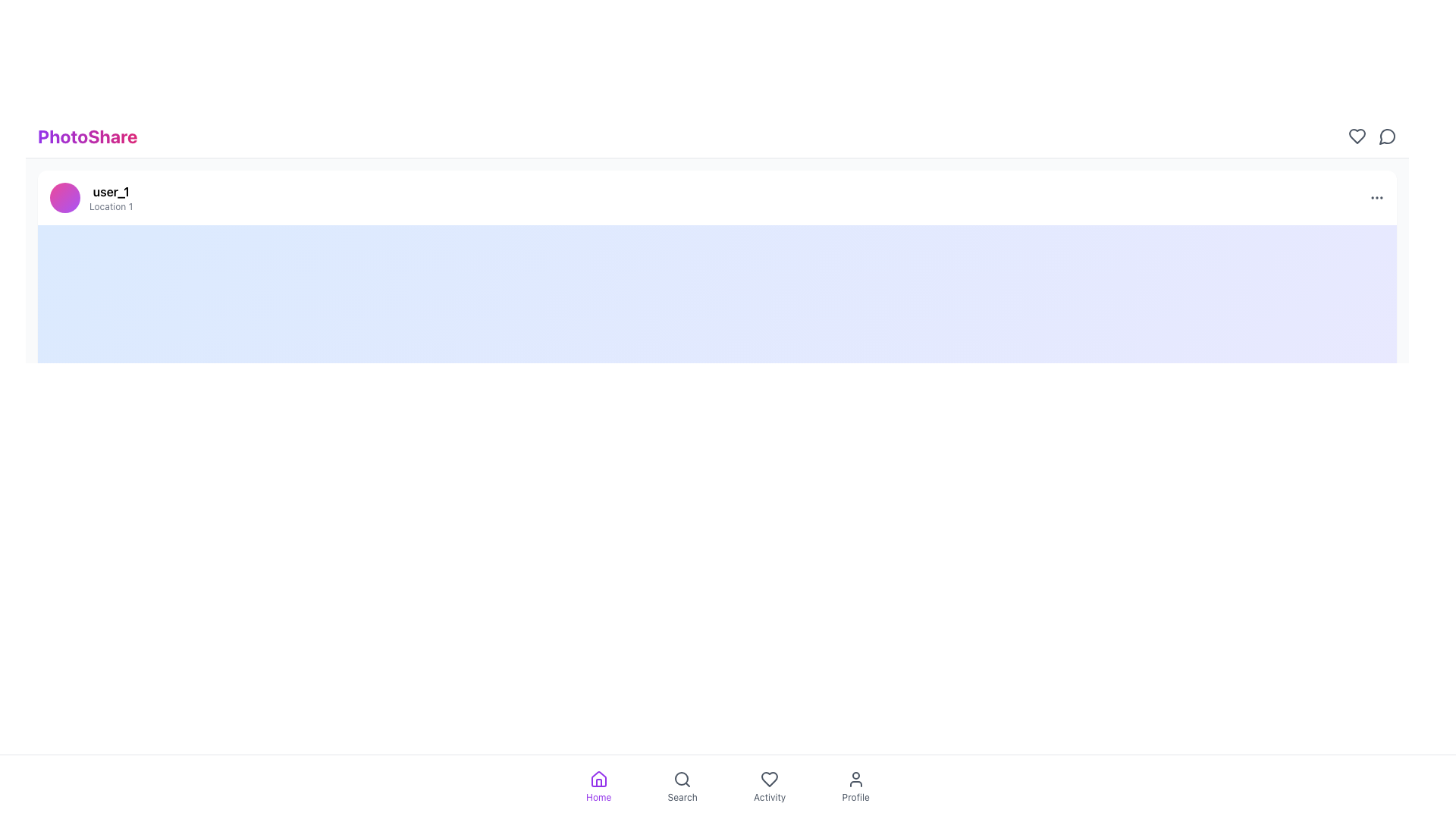  I want to click on the message or comment icon located at the top-right corner of the content card area, so click(1387, 136).